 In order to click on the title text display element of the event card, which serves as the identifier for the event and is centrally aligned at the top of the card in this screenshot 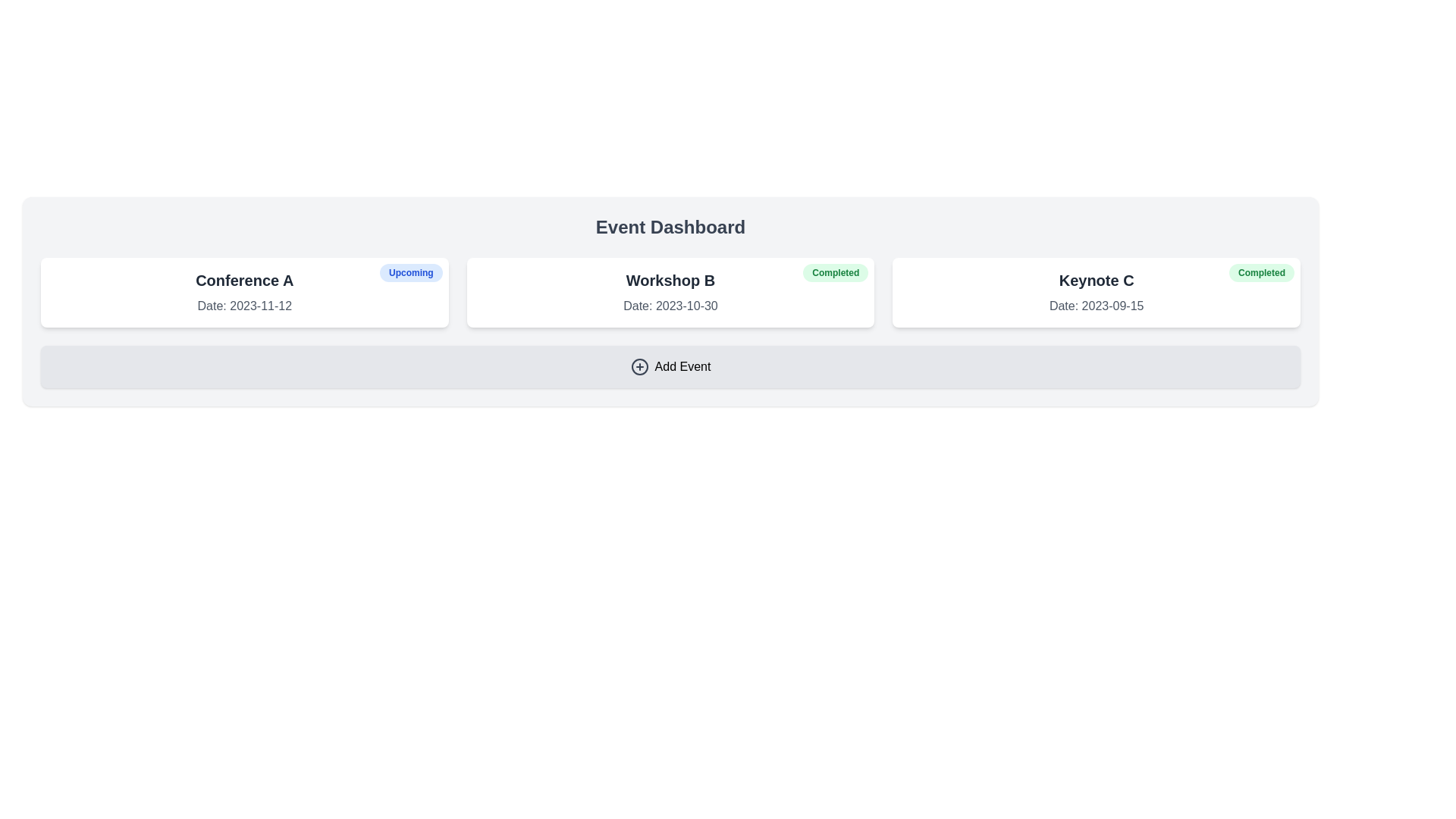, I will do `click(1097, 281)`.